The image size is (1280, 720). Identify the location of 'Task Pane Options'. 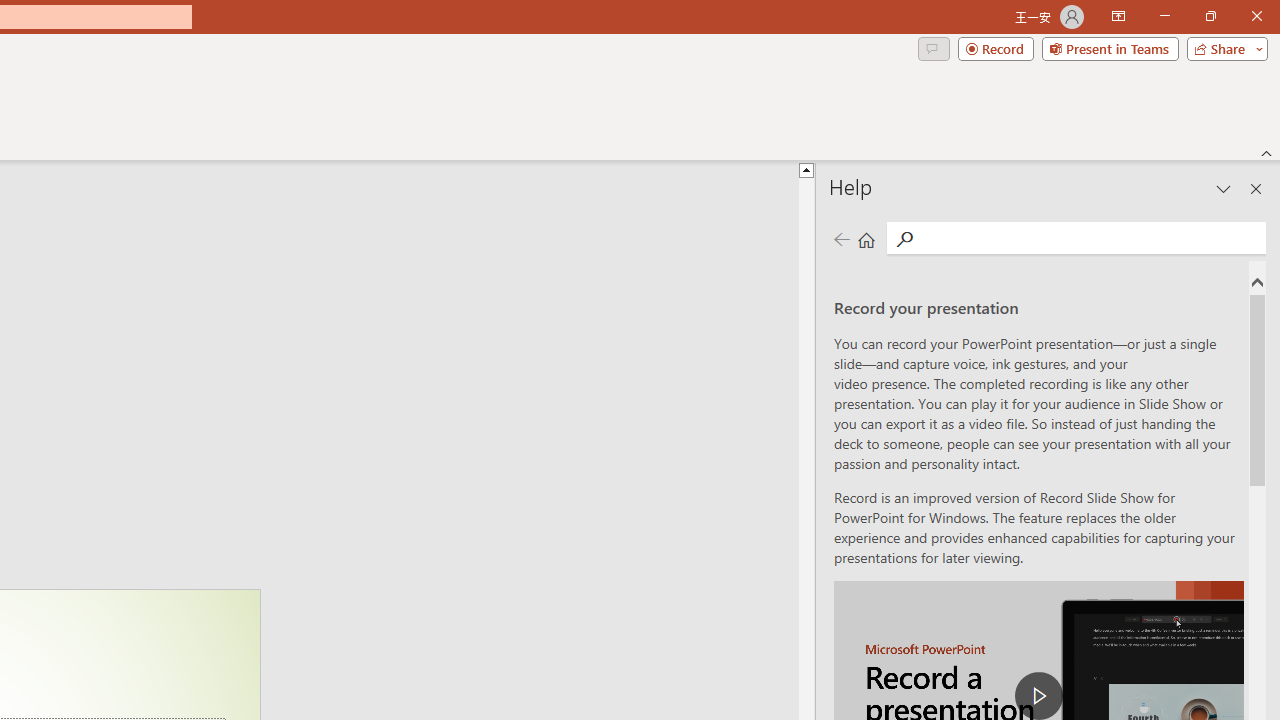
(1223, 189).